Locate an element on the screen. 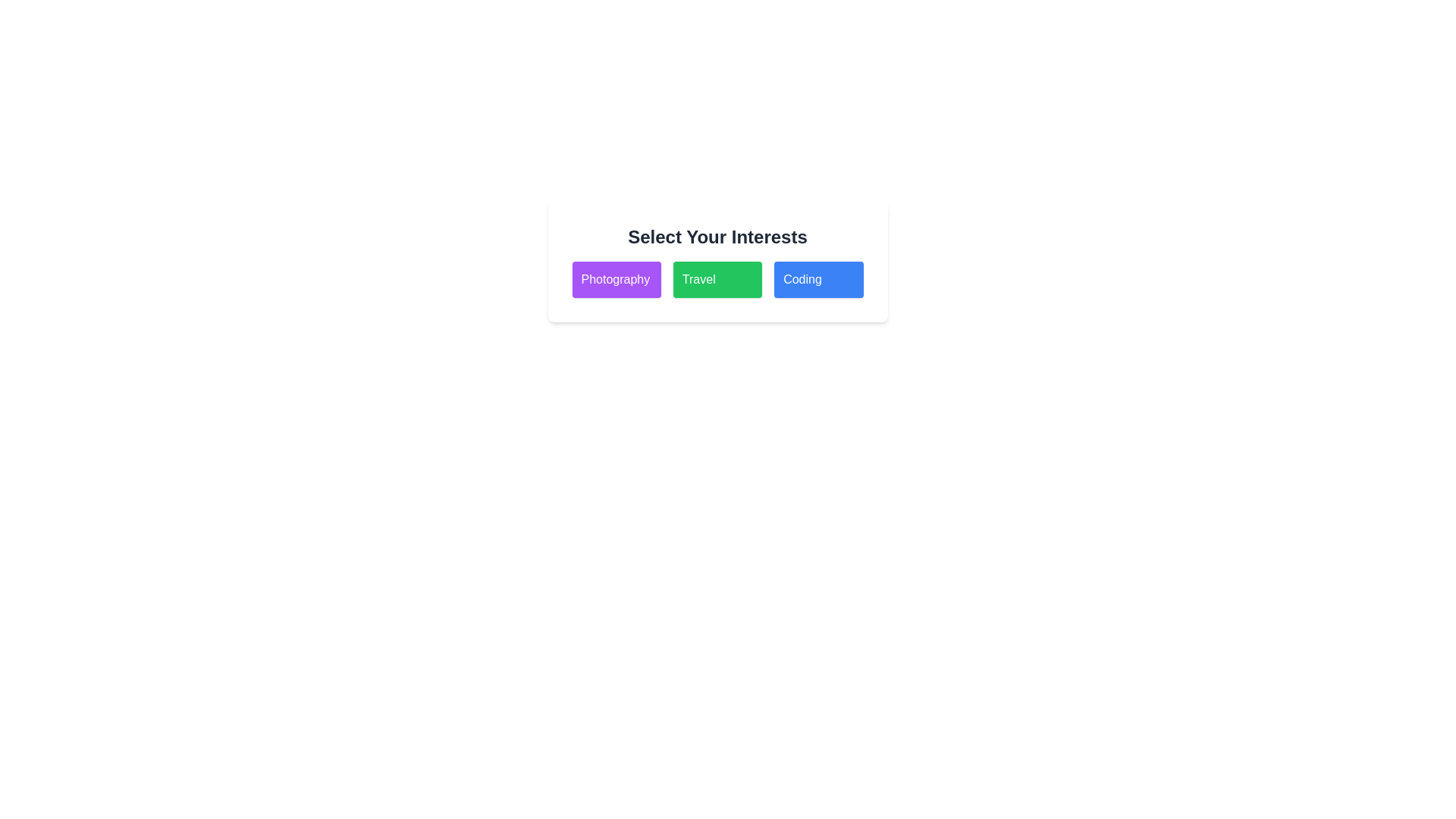 The width and height of the screenshot is (1456, 819). the tag Travel to observe the hover effect is located at coordinates (716, 280).